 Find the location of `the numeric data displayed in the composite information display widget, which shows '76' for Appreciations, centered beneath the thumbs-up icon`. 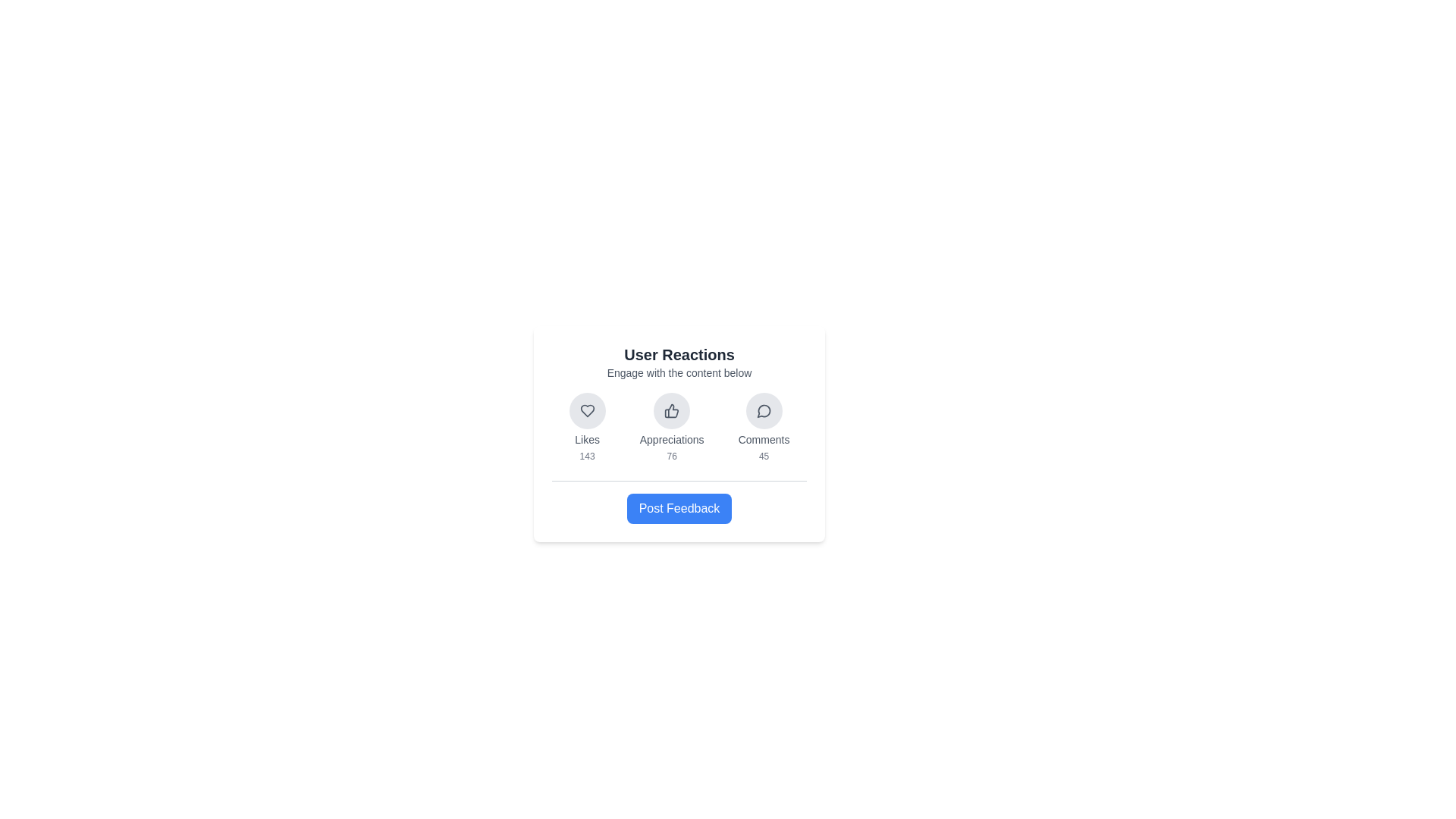

the numeric data displayed in the composite information display widget, which shows '76' for Appreciations, centered beneath the thumbs-up icon is located at coordinates (671, 427).